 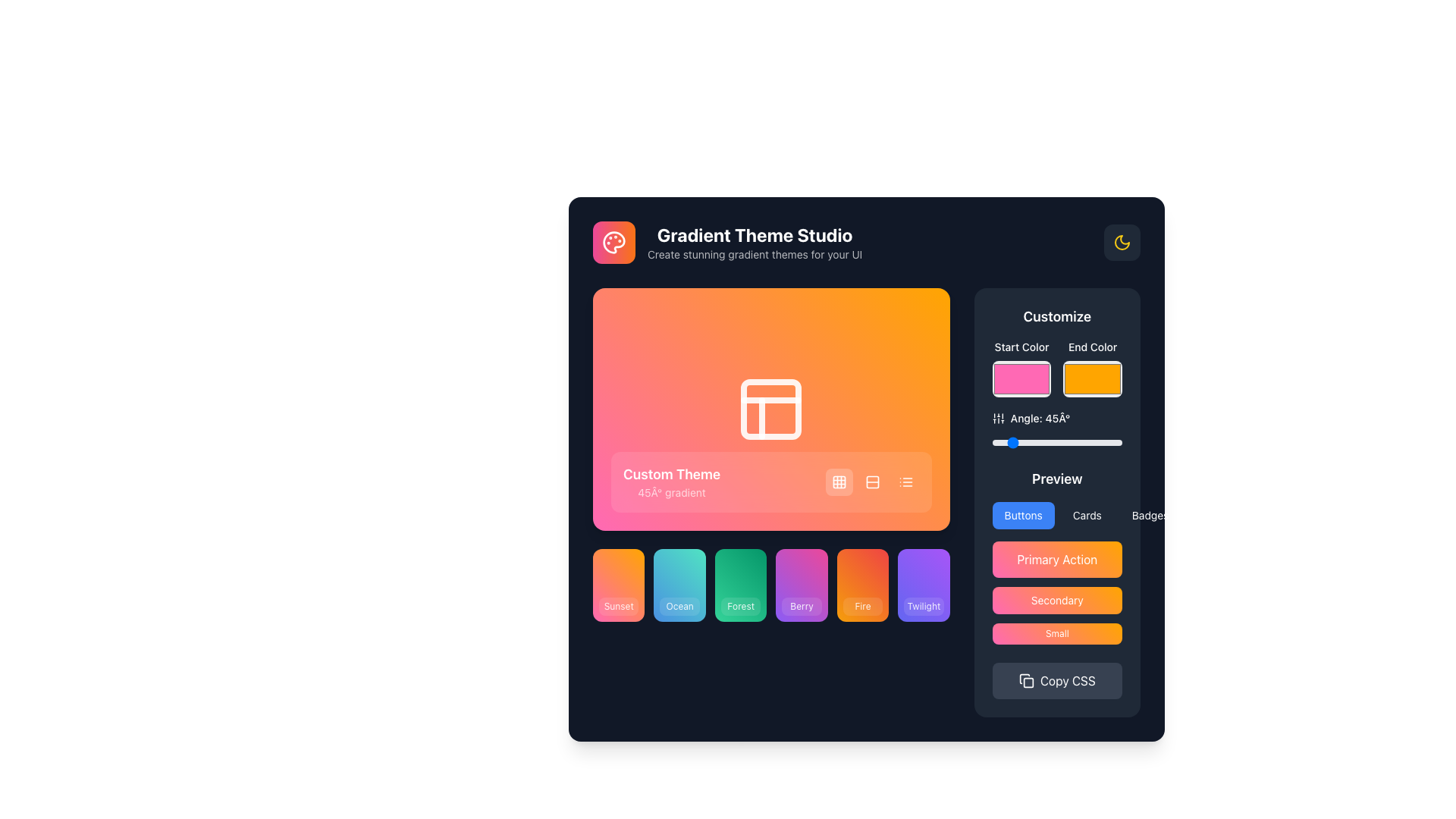 I want to click on the pink rectangular color picker located in the 'Customize' section below the 'Start Color' label, so click(x=1021, y=378).